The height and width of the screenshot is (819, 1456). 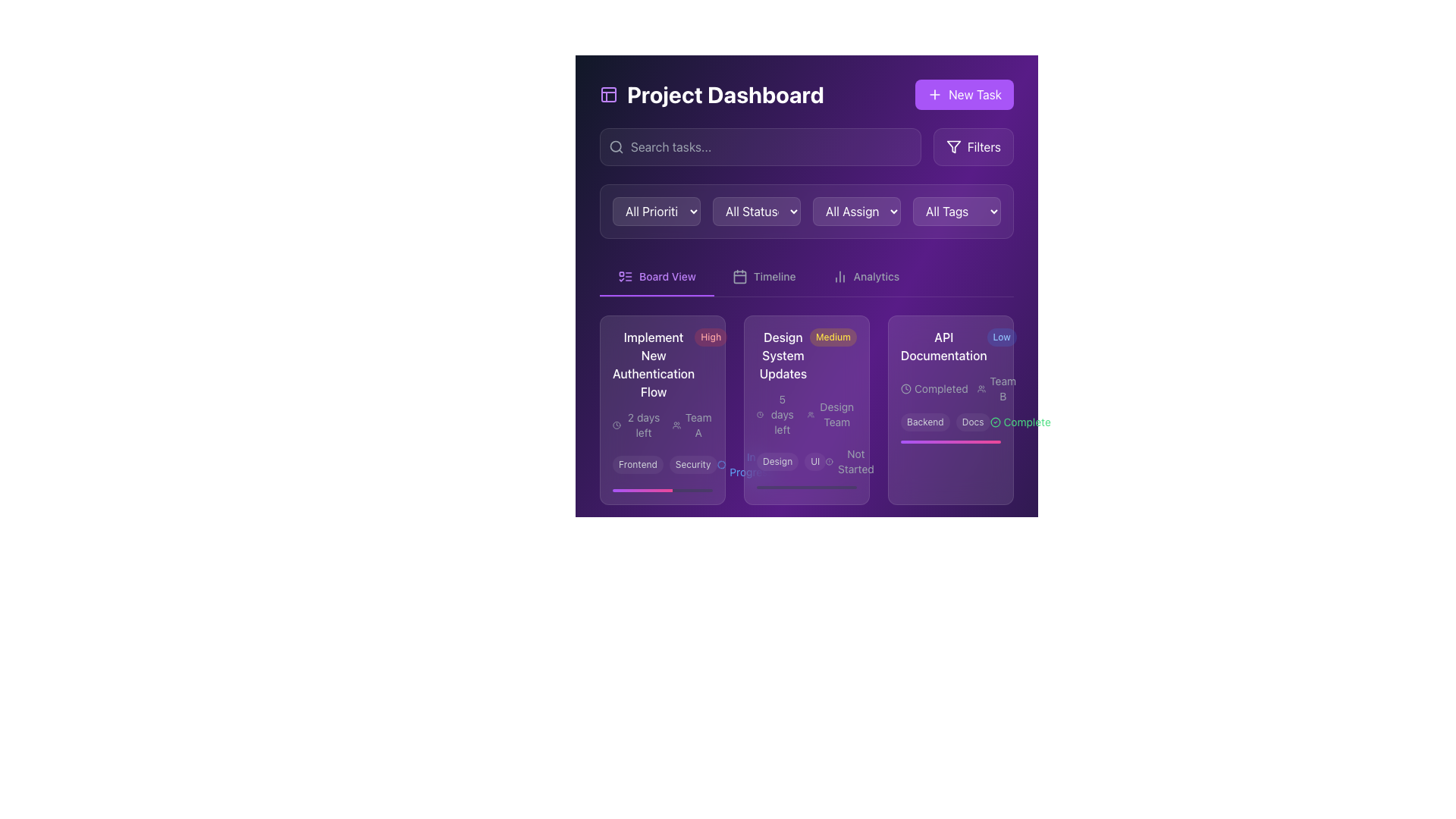 What do you see at coordinates (662, 464) in the screenshot?
I see `the 'Frontend' badge, which is a pill-shaped tag with a light gray background and white text, located within the card labeled 'Implement New Authentication Flow' in the 'Project Dashboard'` at bounding box center [662, 464].